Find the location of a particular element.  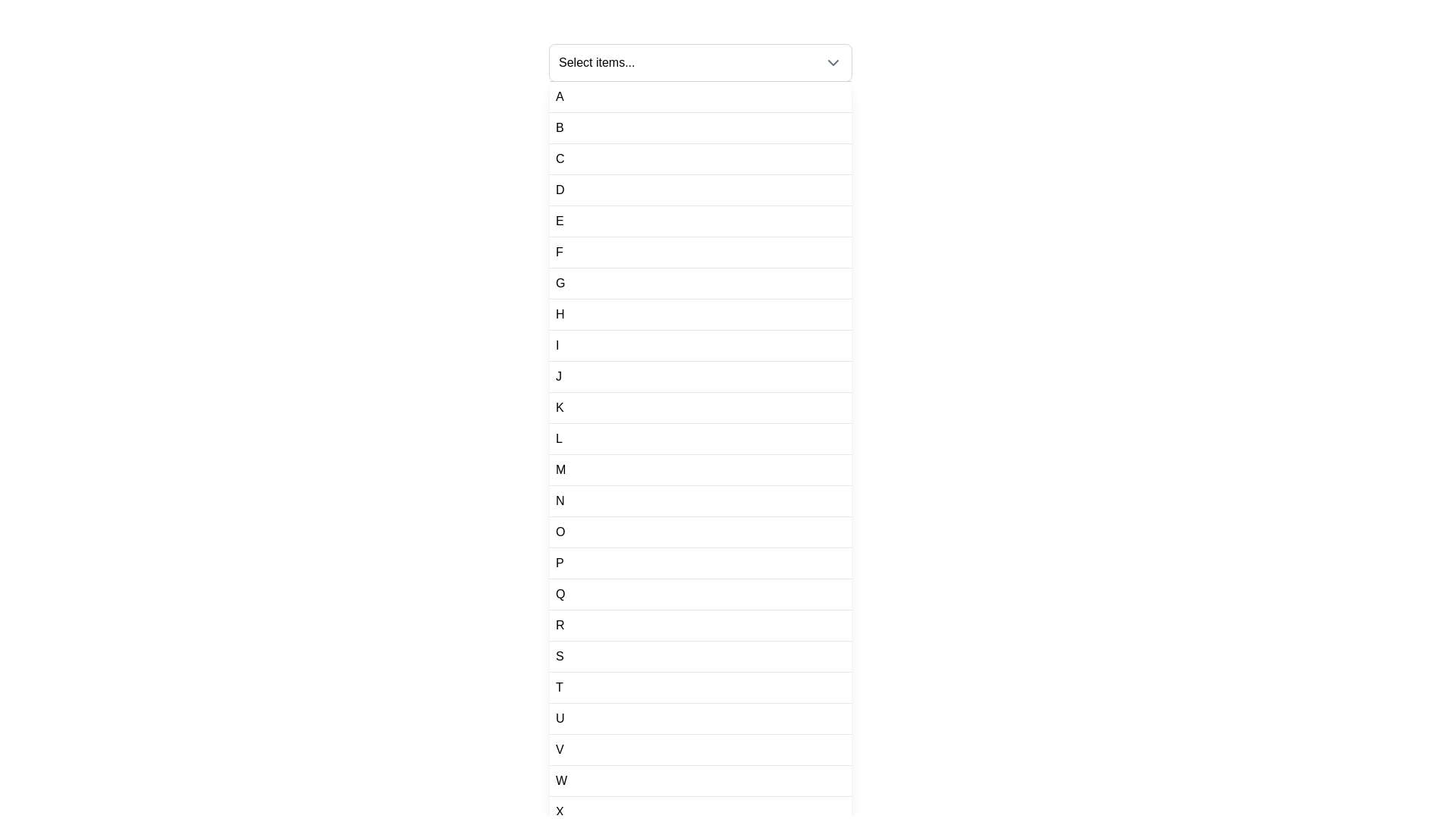

the ninth entry in the dropdown menu list is located at coordinates (700, 346).